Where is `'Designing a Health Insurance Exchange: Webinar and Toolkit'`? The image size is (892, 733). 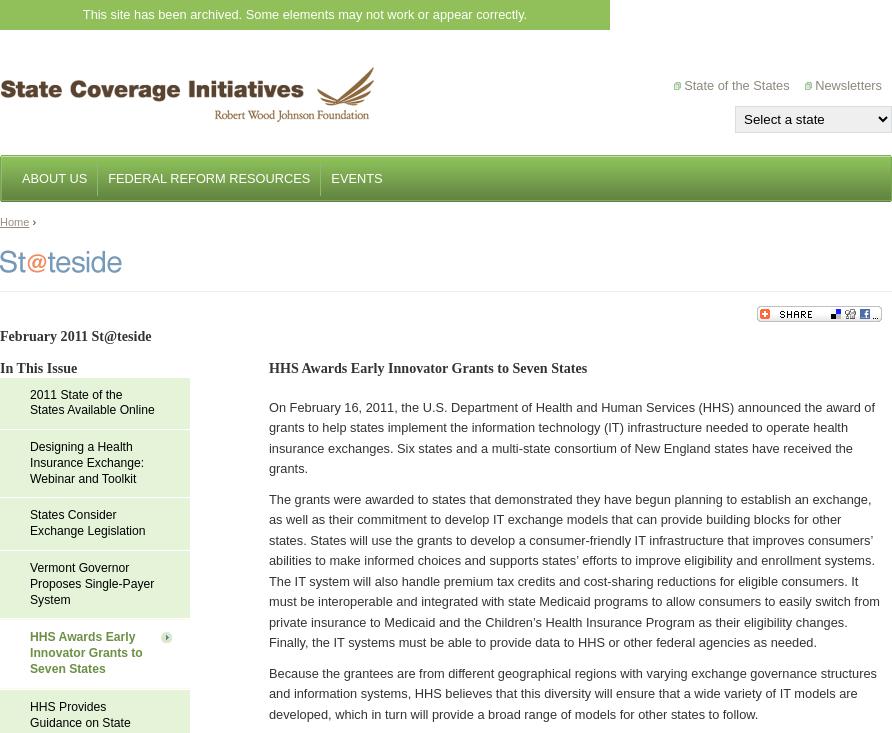 'Designing a Health Insurance Exchange: Webinar and Toolkit' is located at coordinates (86, 461).